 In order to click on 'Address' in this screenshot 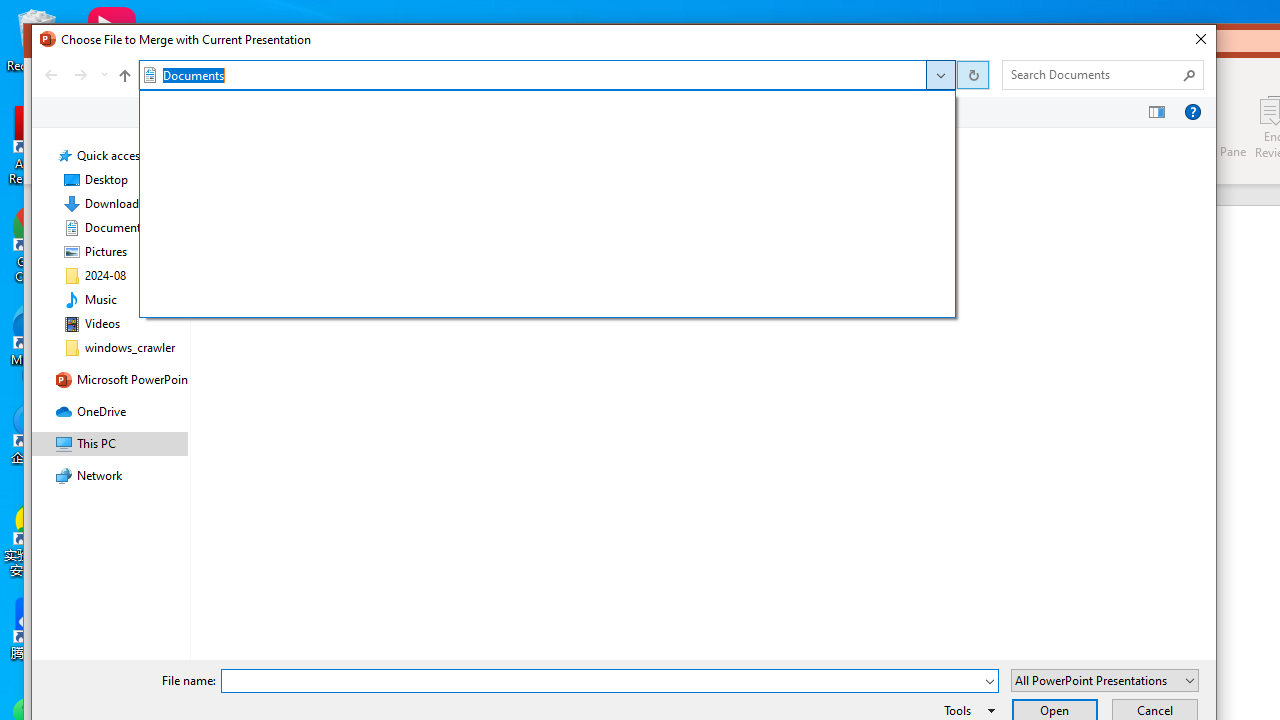, I will do `click(542, 74)`.